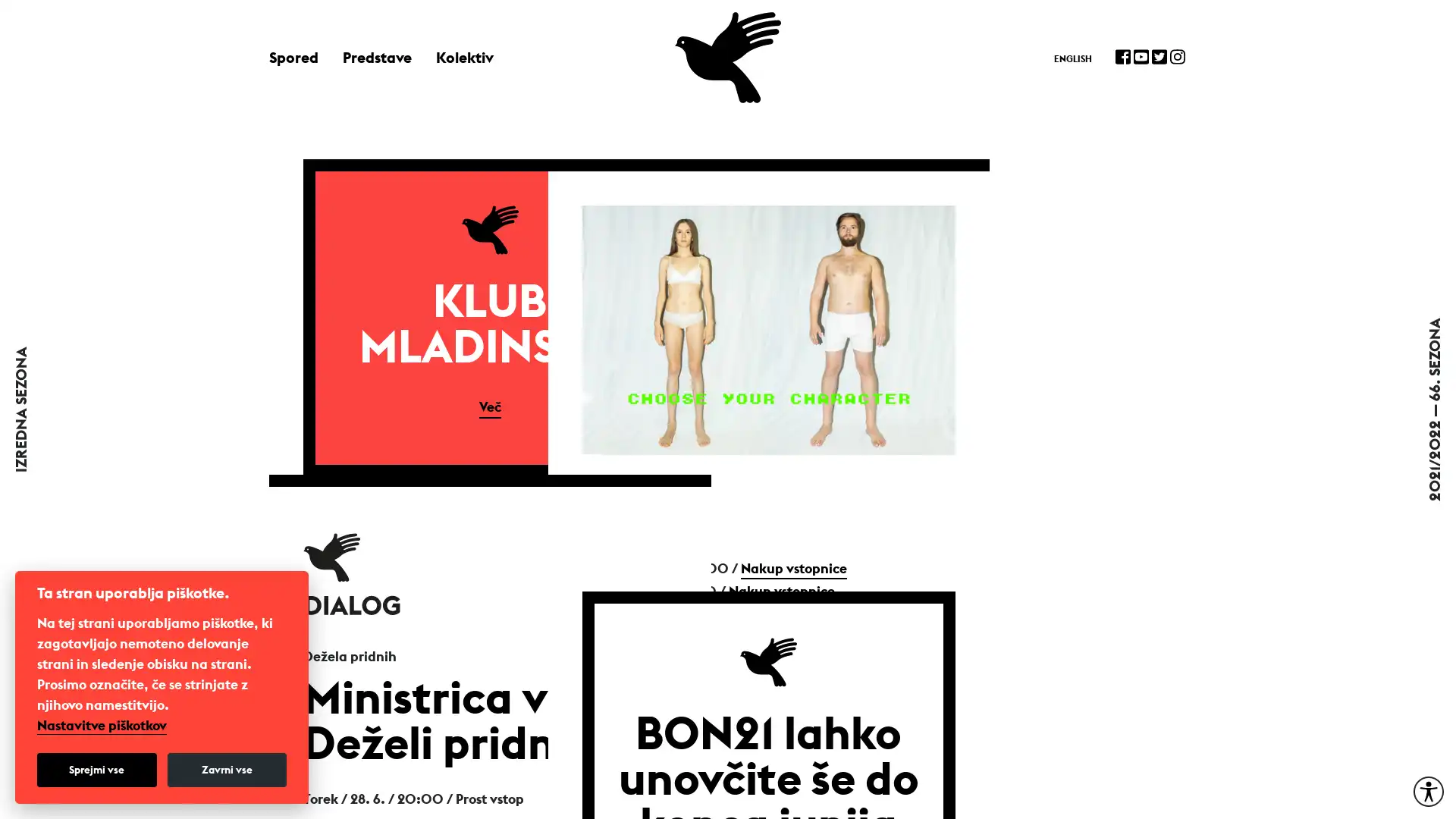 The height and width of the screenshot is (819, 1456). I want to click on Moznosti za dostopnost, so click(1427, 791).